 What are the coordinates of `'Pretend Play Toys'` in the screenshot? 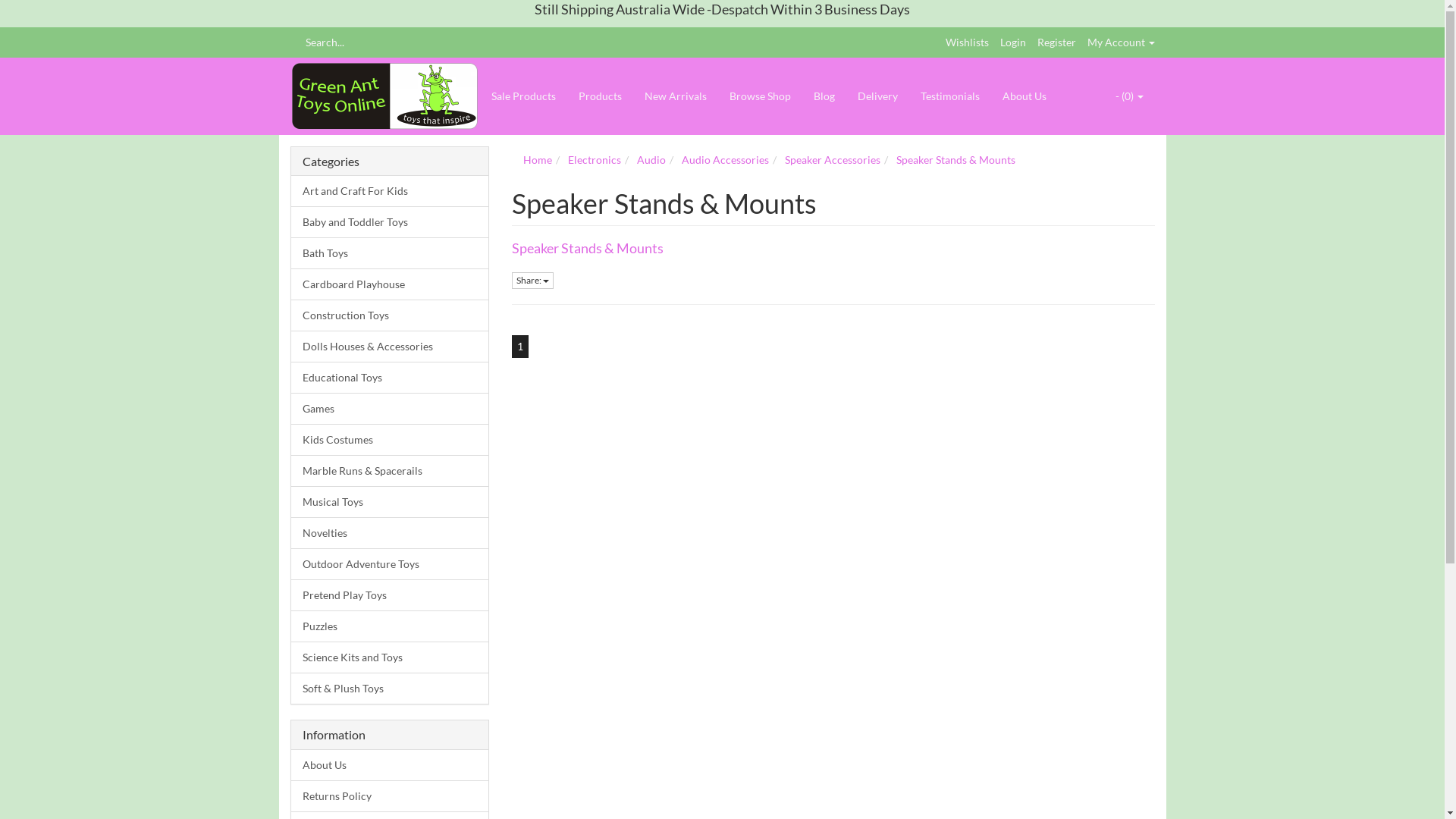 It's located at (390, 594).